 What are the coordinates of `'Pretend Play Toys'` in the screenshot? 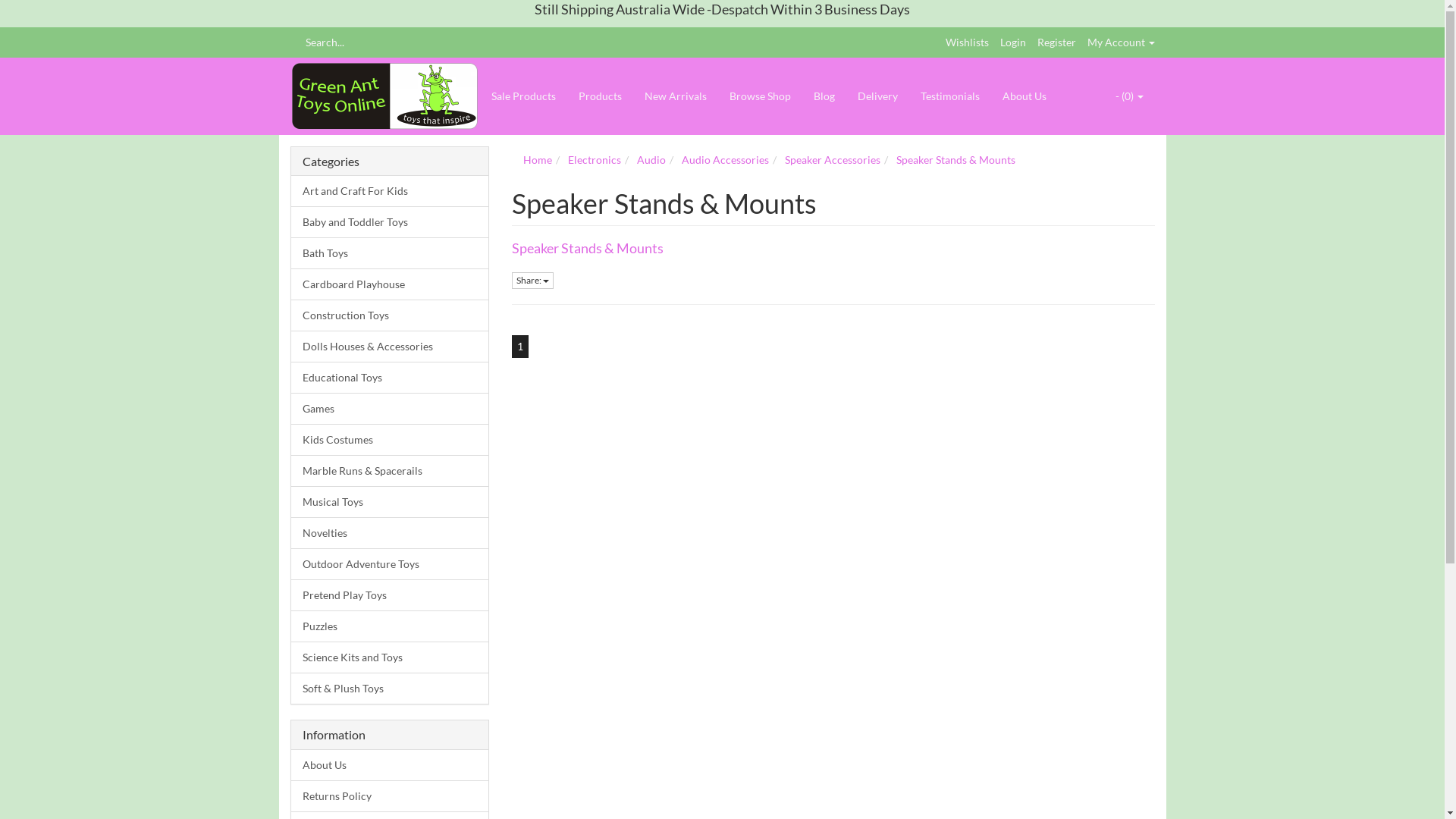 It's located at (390, 594).